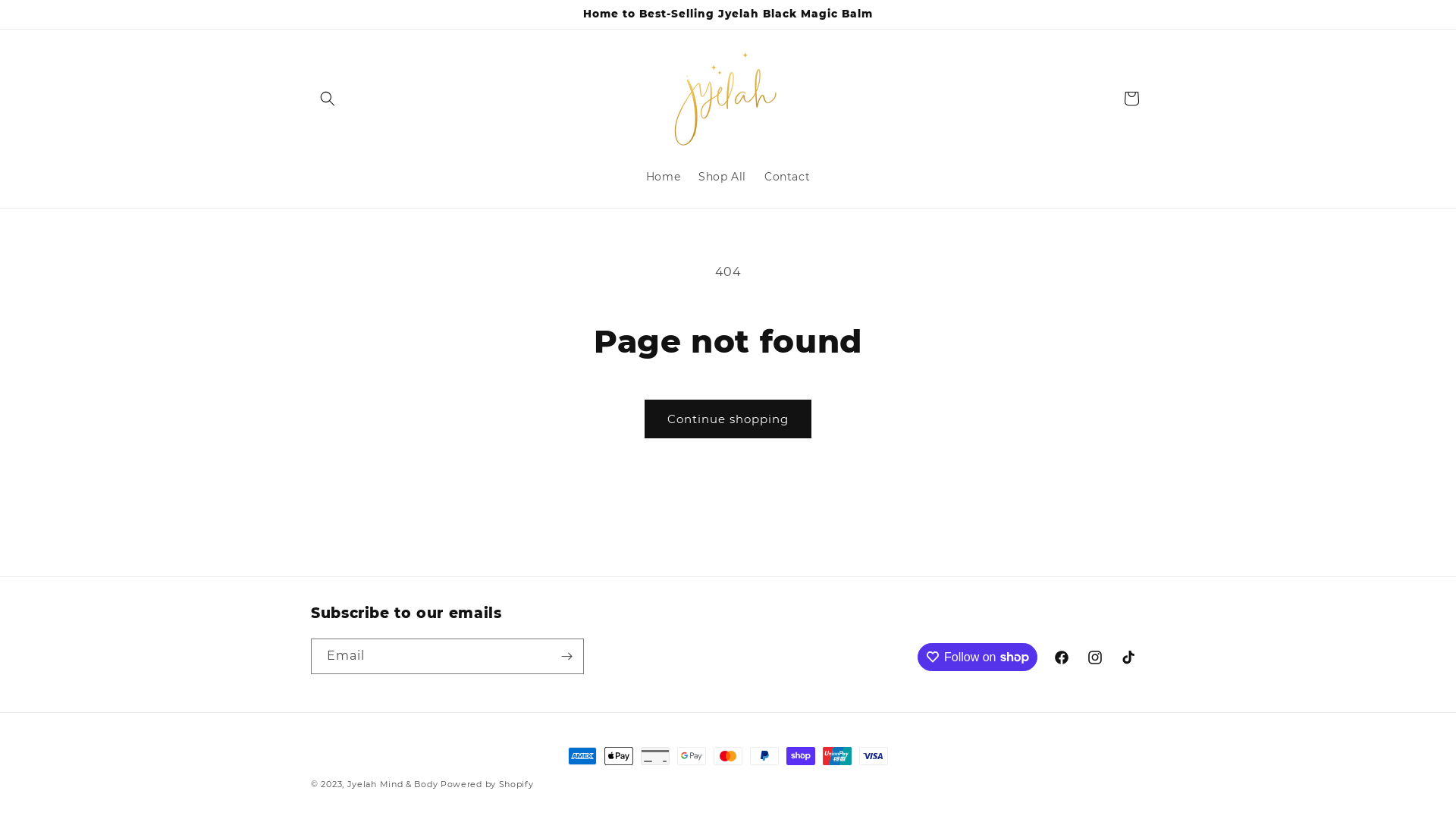 Image resolution: width=1456 pixels, height=819 pixels. What do you see at coordinates (721, 175) in the screenshot?
I see `'Shop All'` at bounding box center [721, 175].